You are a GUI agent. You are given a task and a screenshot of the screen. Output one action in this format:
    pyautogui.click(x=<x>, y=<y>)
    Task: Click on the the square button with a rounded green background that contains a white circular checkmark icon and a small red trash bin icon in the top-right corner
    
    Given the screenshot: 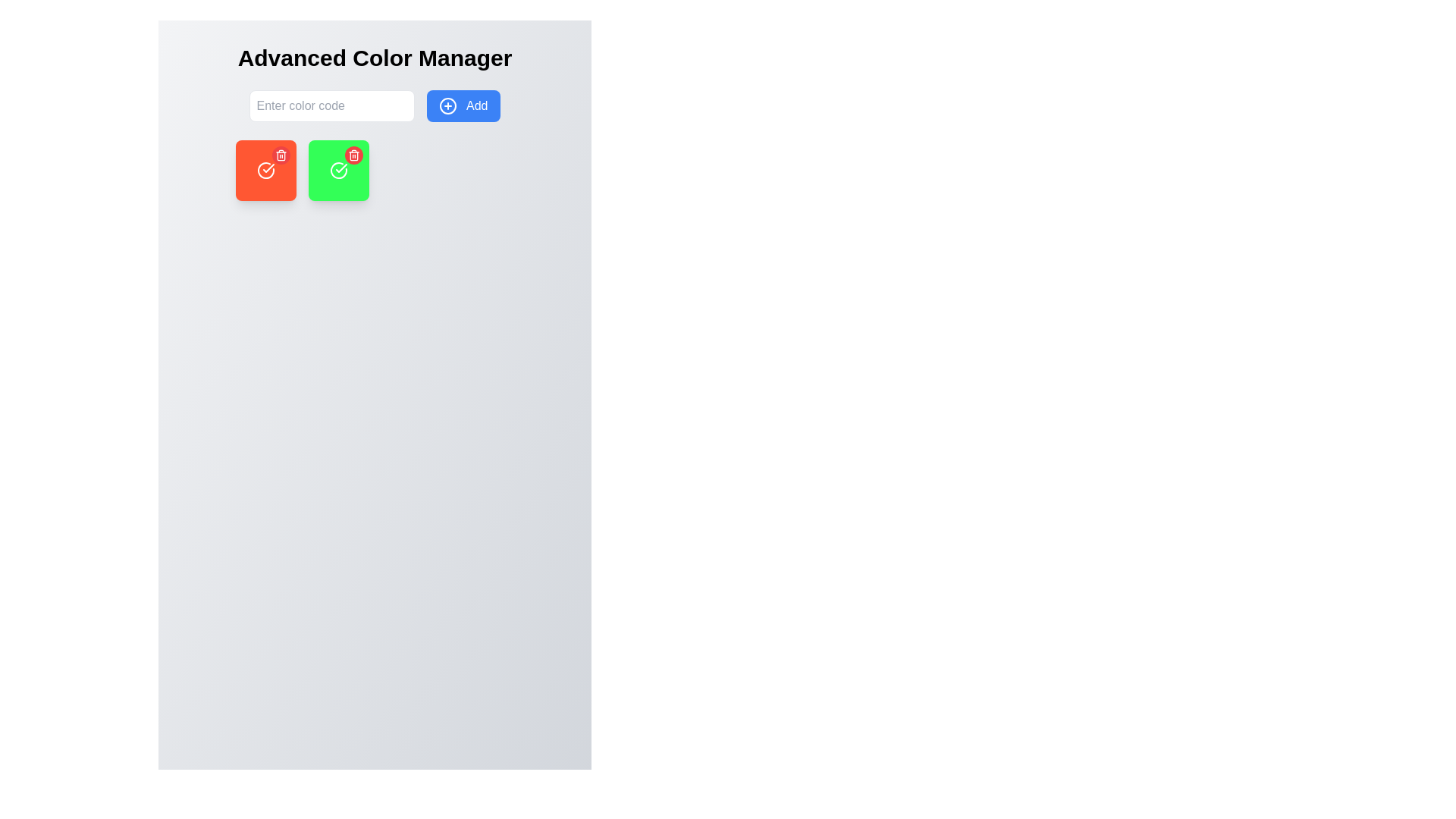 What is the action you would take?
    pyautogui.click(x=337, y=170)
    